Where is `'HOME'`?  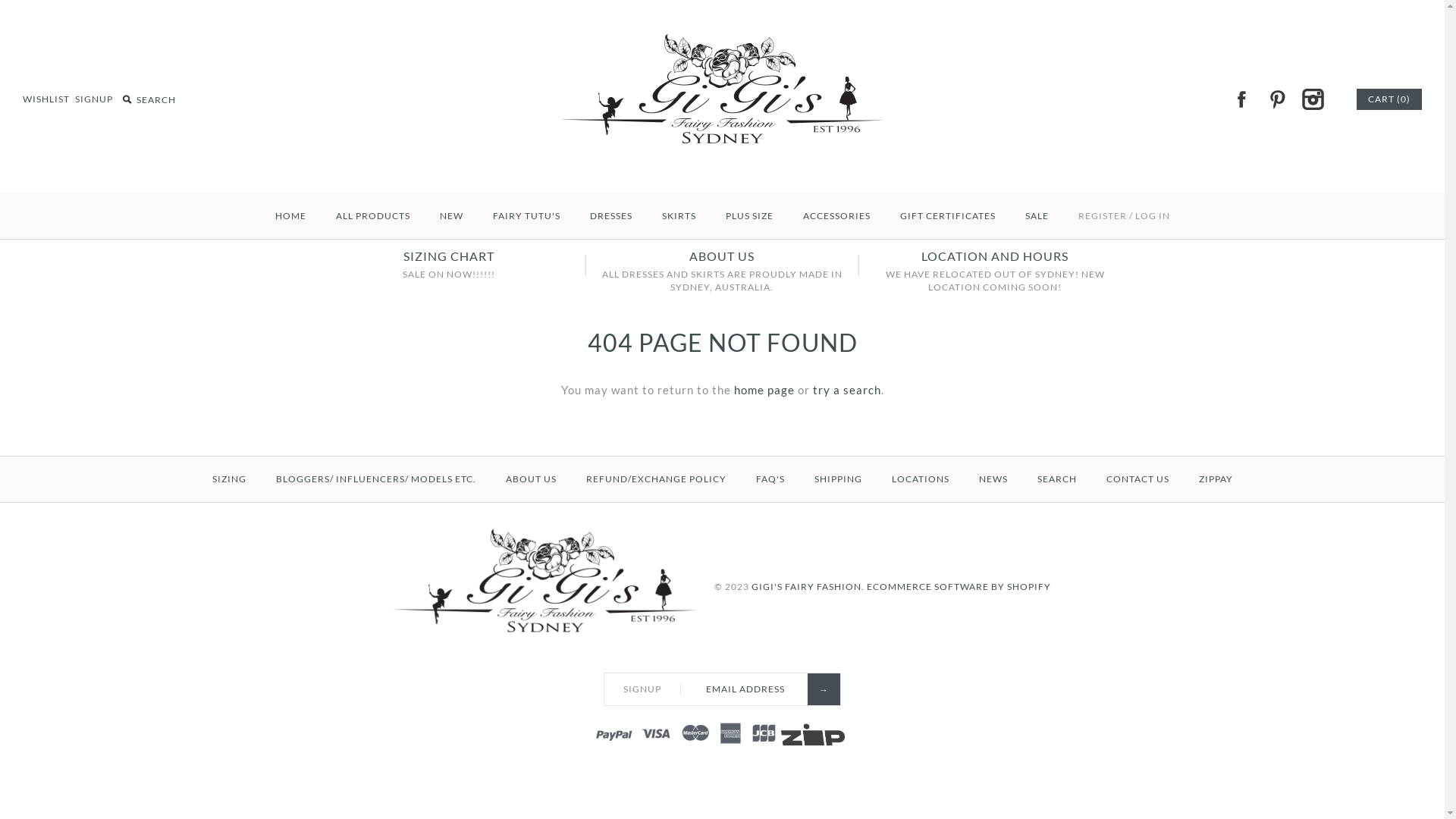 'HOME' is located at coordinates (290, 216).